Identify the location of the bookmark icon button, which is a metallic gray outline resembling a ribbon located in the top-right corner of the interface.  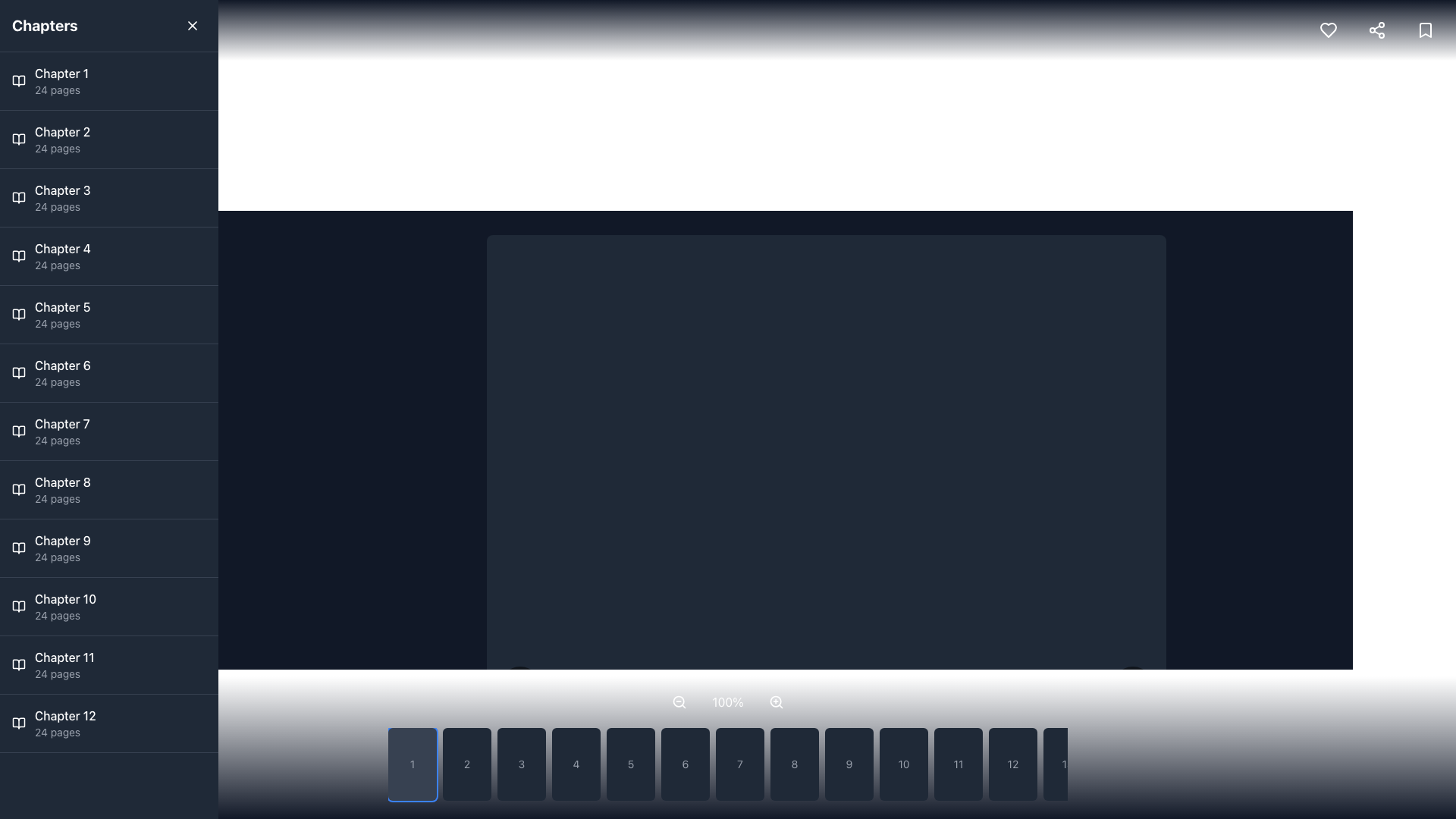
(1425, 30).